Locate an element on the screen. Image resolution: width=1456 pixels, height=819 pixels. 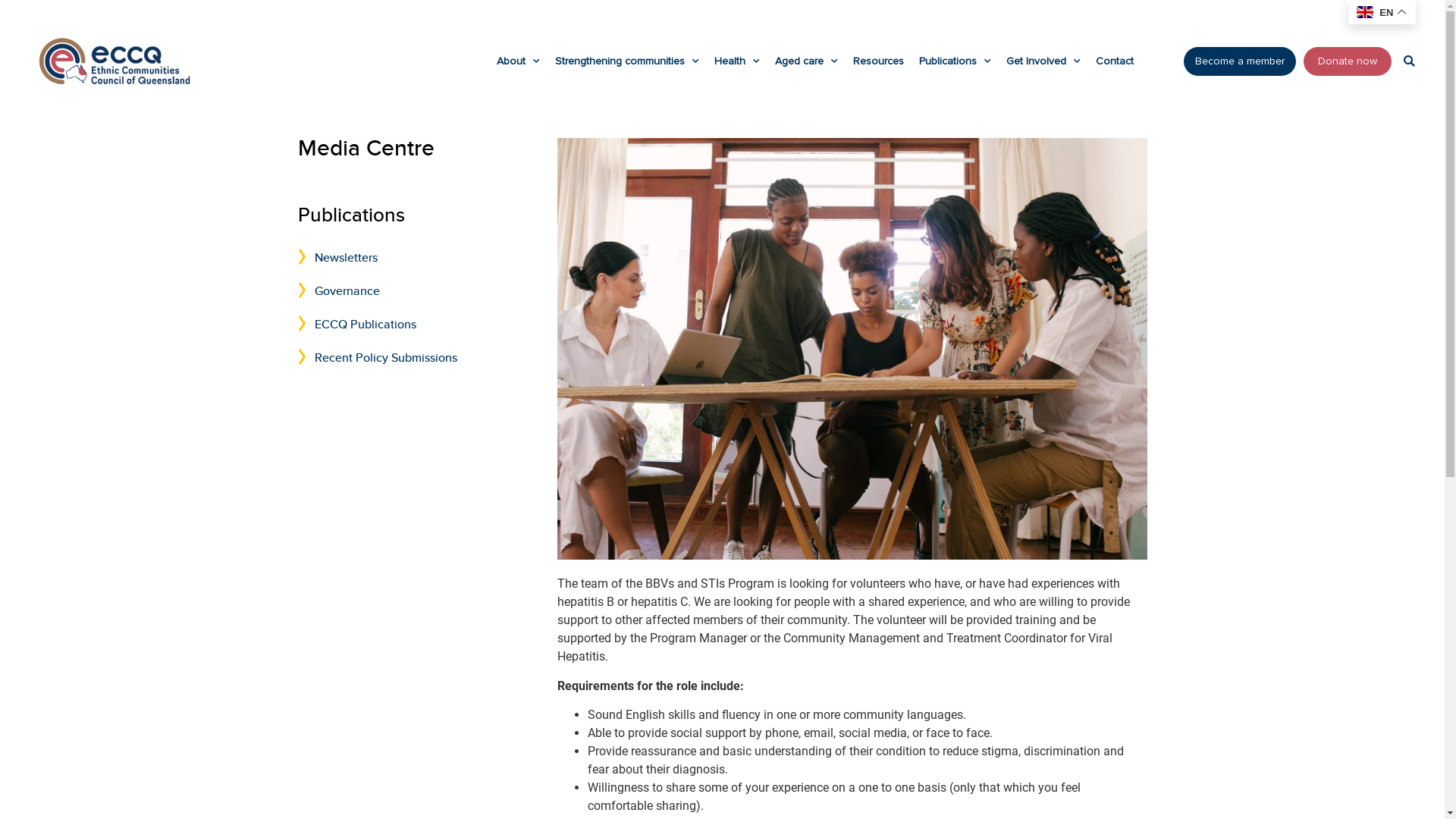
'About' is located at coordinates (518, 61).